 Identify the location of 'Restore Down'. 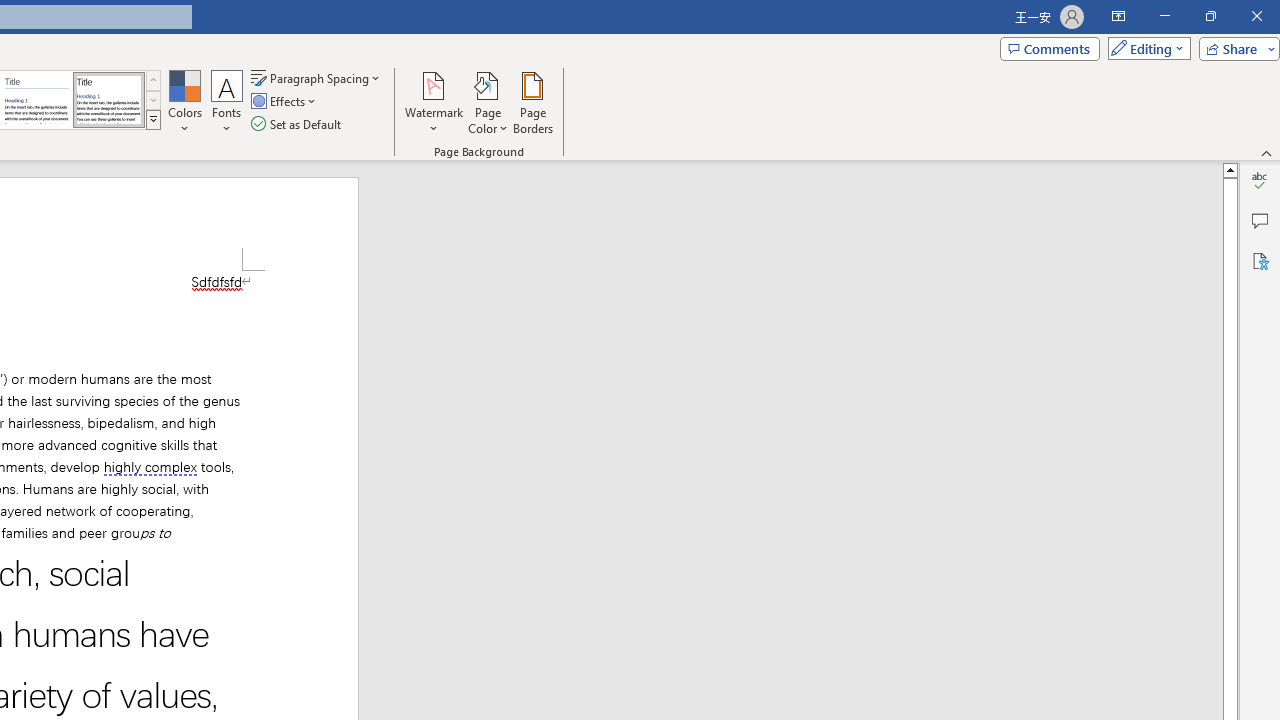
(1209, 16).